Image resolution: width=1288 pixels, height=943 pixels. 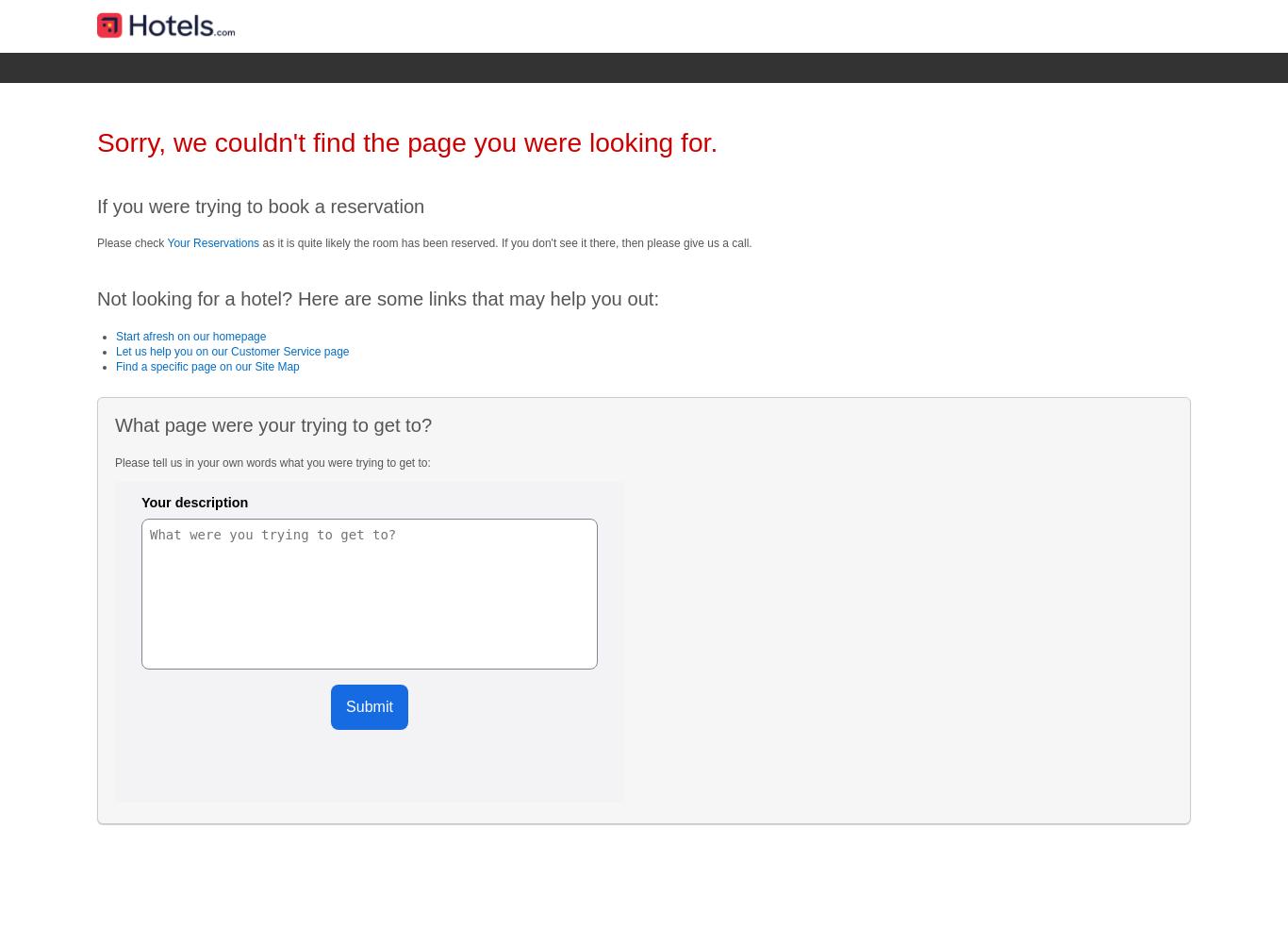 I want to click on 'Your Reservations', so click(x=211, y=242).